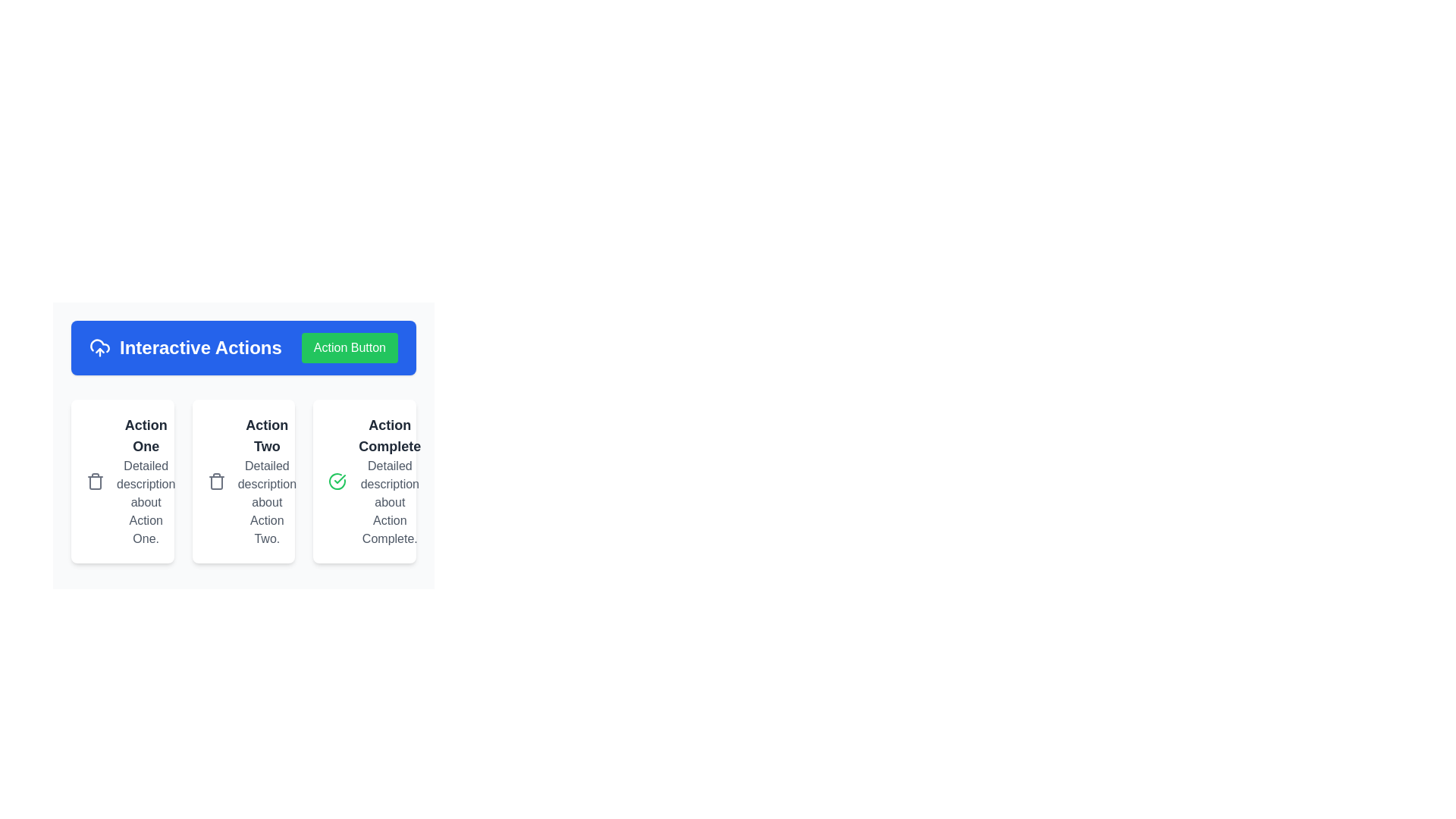 Image resolution: width=1456 pixels, height=819 pixels. Describe the element at coordinates (243, 348) in the screenshot. I see `text 'Interactive Actions' displayed on the section block with a blue background, which contains a green button labeled 'Action Button.'` at that location.